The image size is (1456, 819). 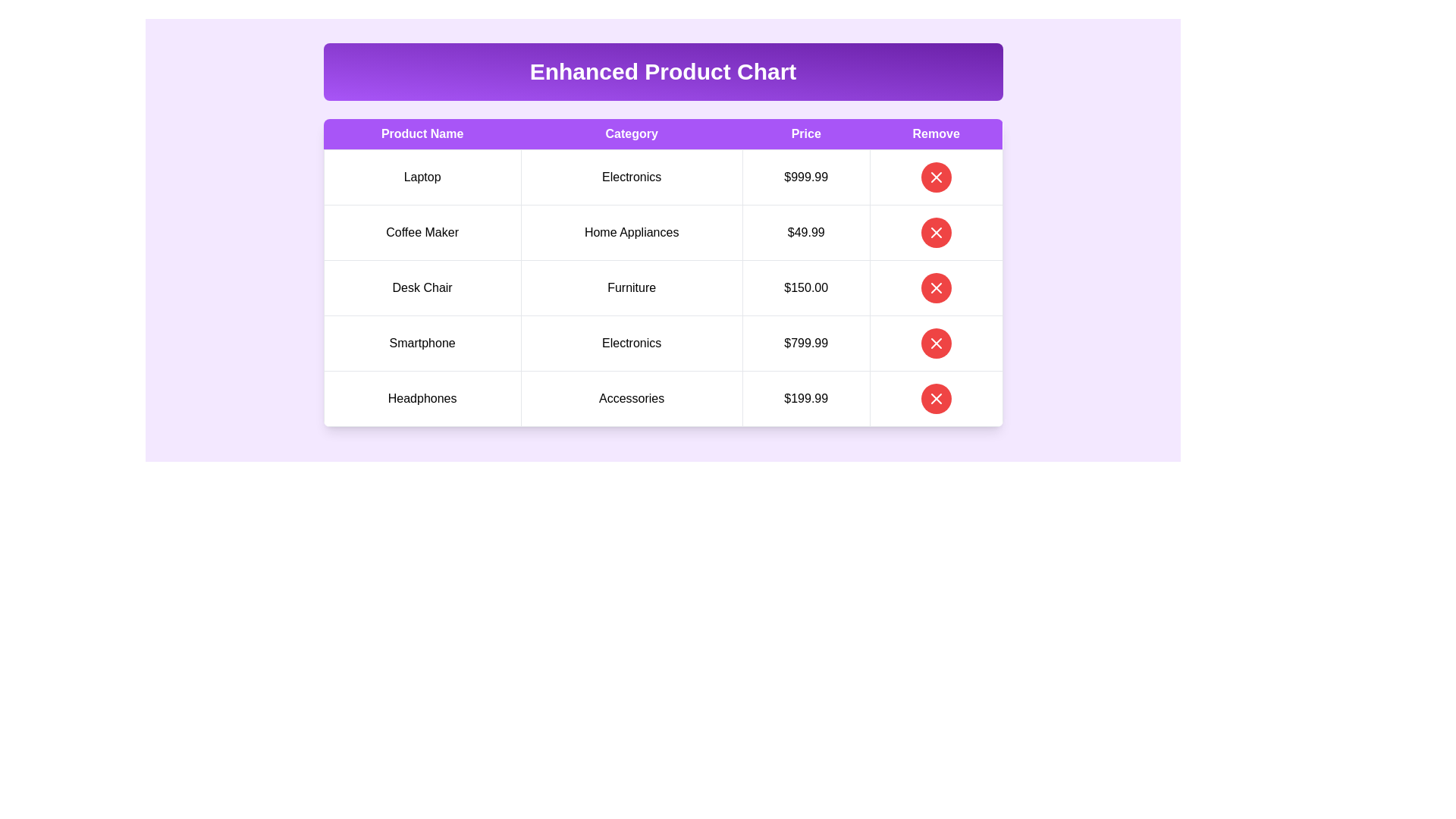 I want to click on the close/remove icon located in the fourth row of the table, so click(x=935, y=343).